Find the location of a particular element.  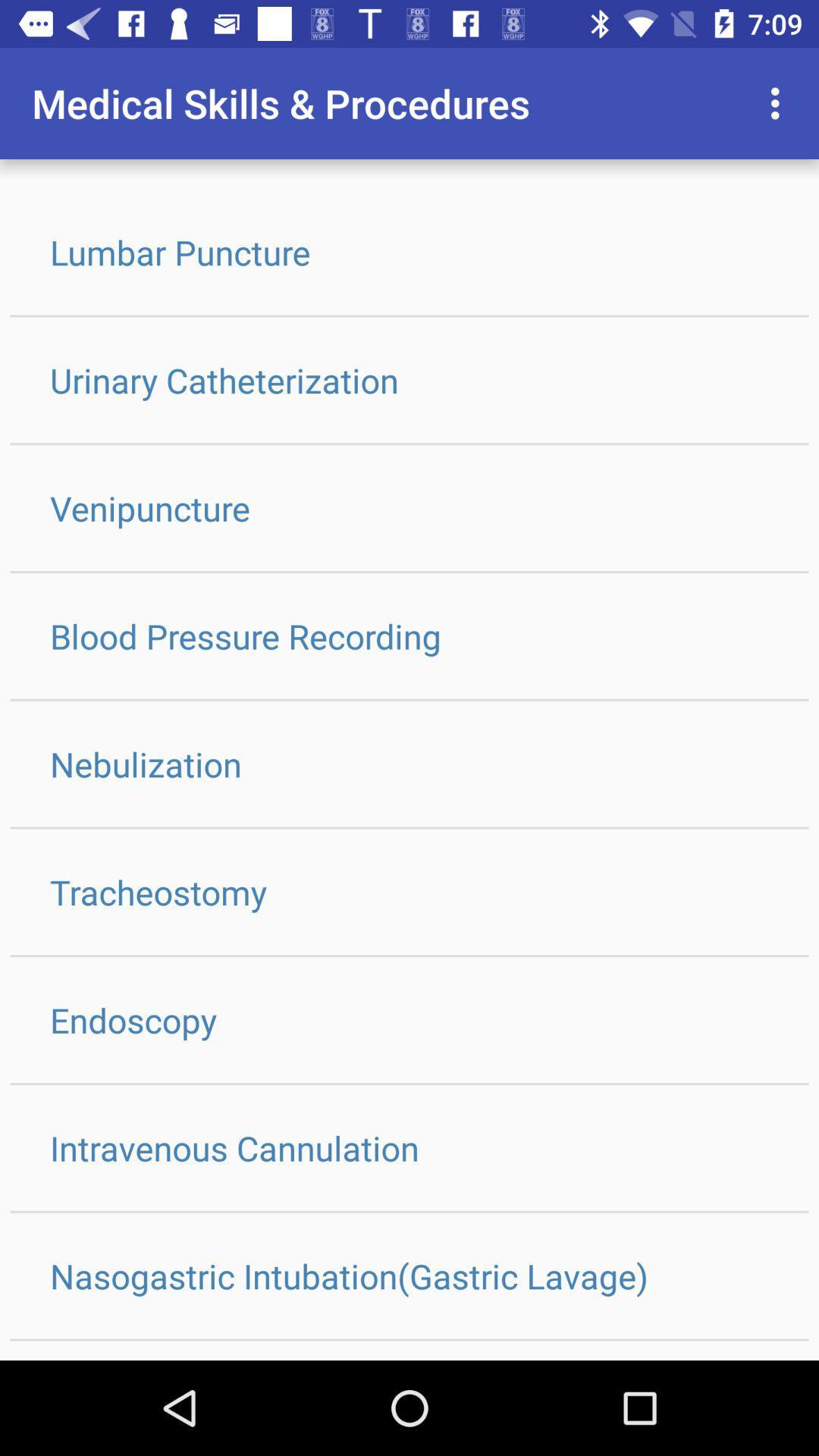

the endoscopy item is located at coordinates (409, 1020).